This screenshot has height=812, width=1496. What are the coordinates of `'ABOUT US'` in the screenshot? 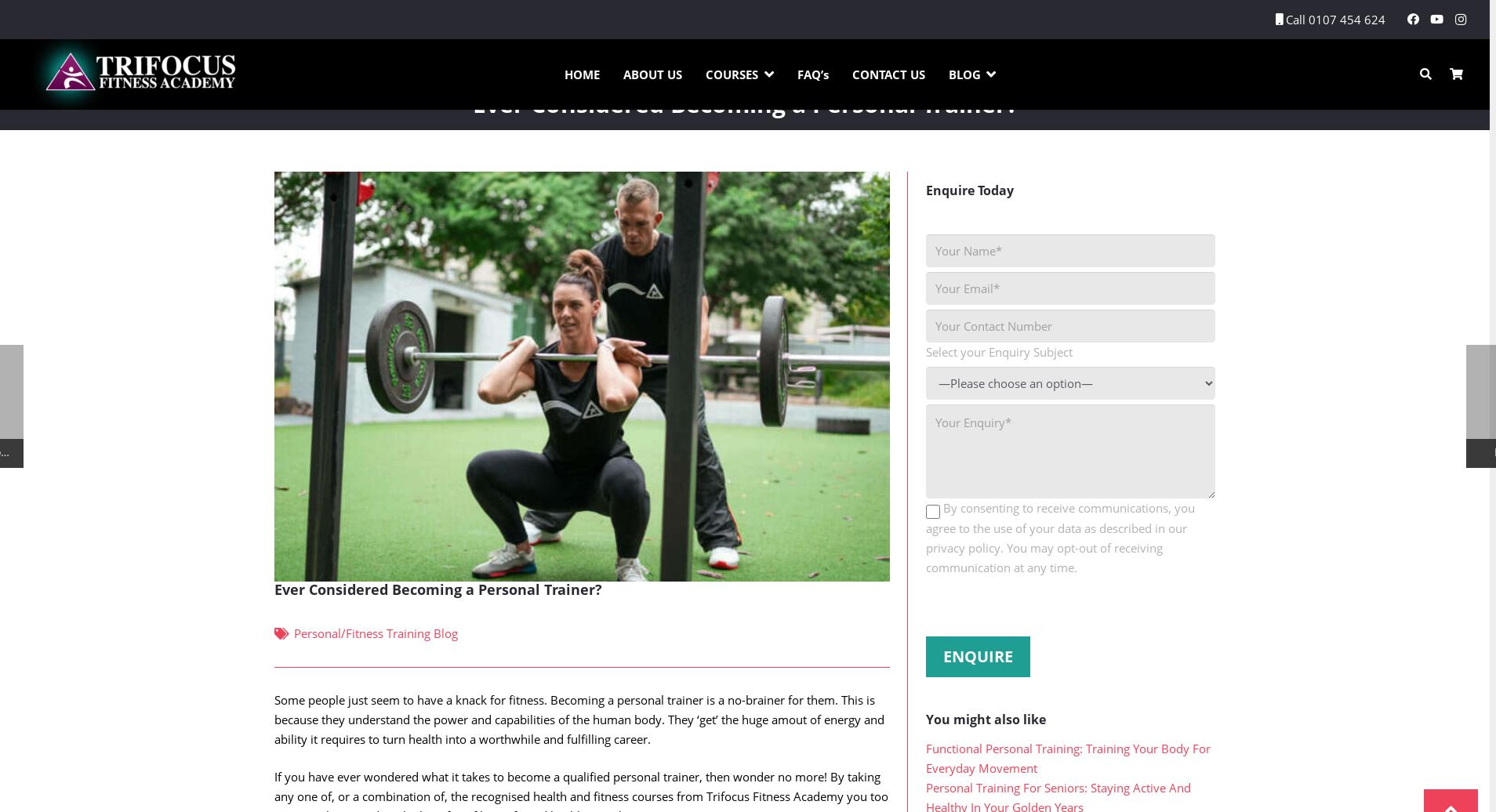 It's located at (652, 74).